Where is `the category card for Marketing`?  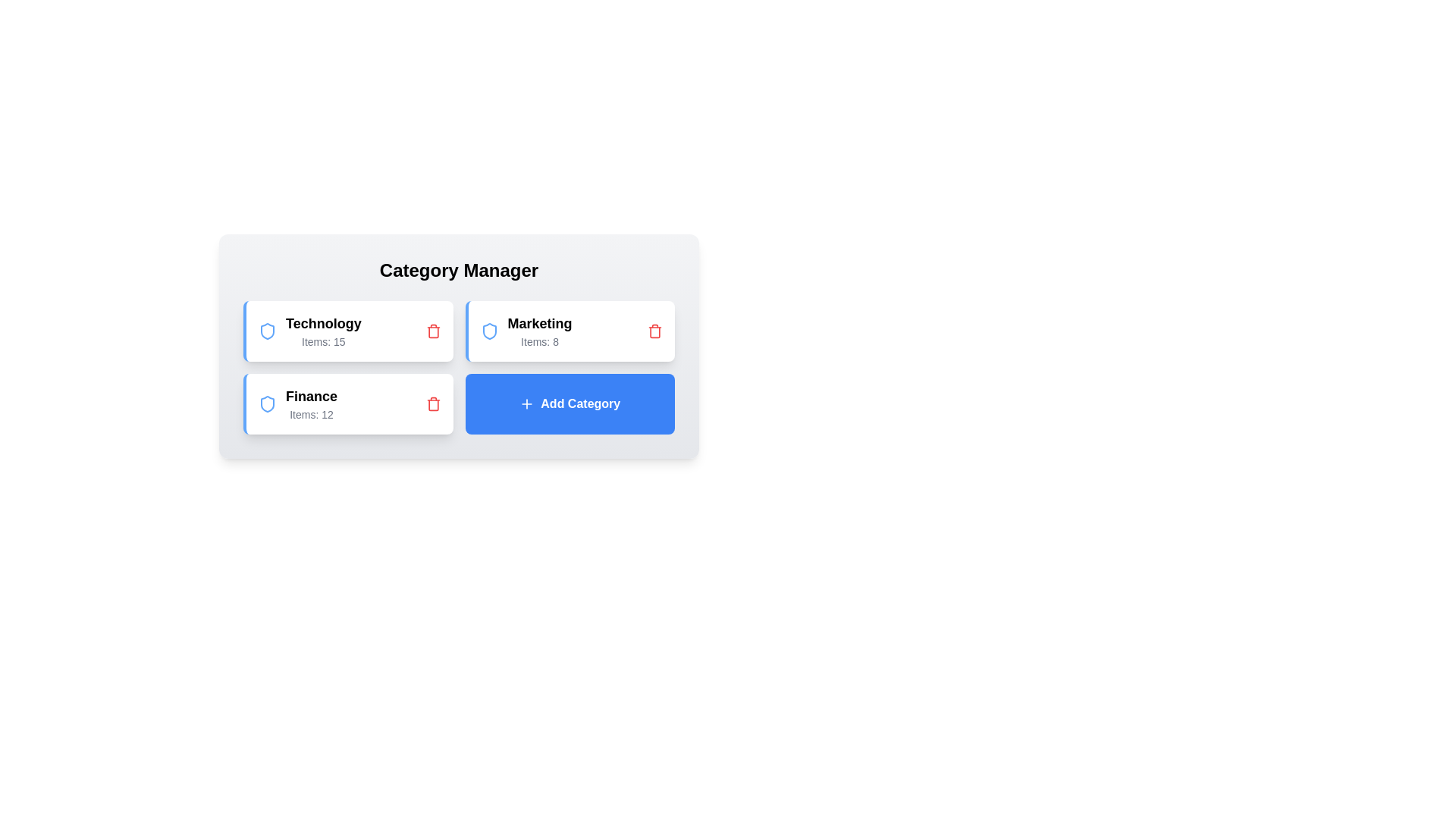 the category card for Marketing is located at coordinates (569, 330).